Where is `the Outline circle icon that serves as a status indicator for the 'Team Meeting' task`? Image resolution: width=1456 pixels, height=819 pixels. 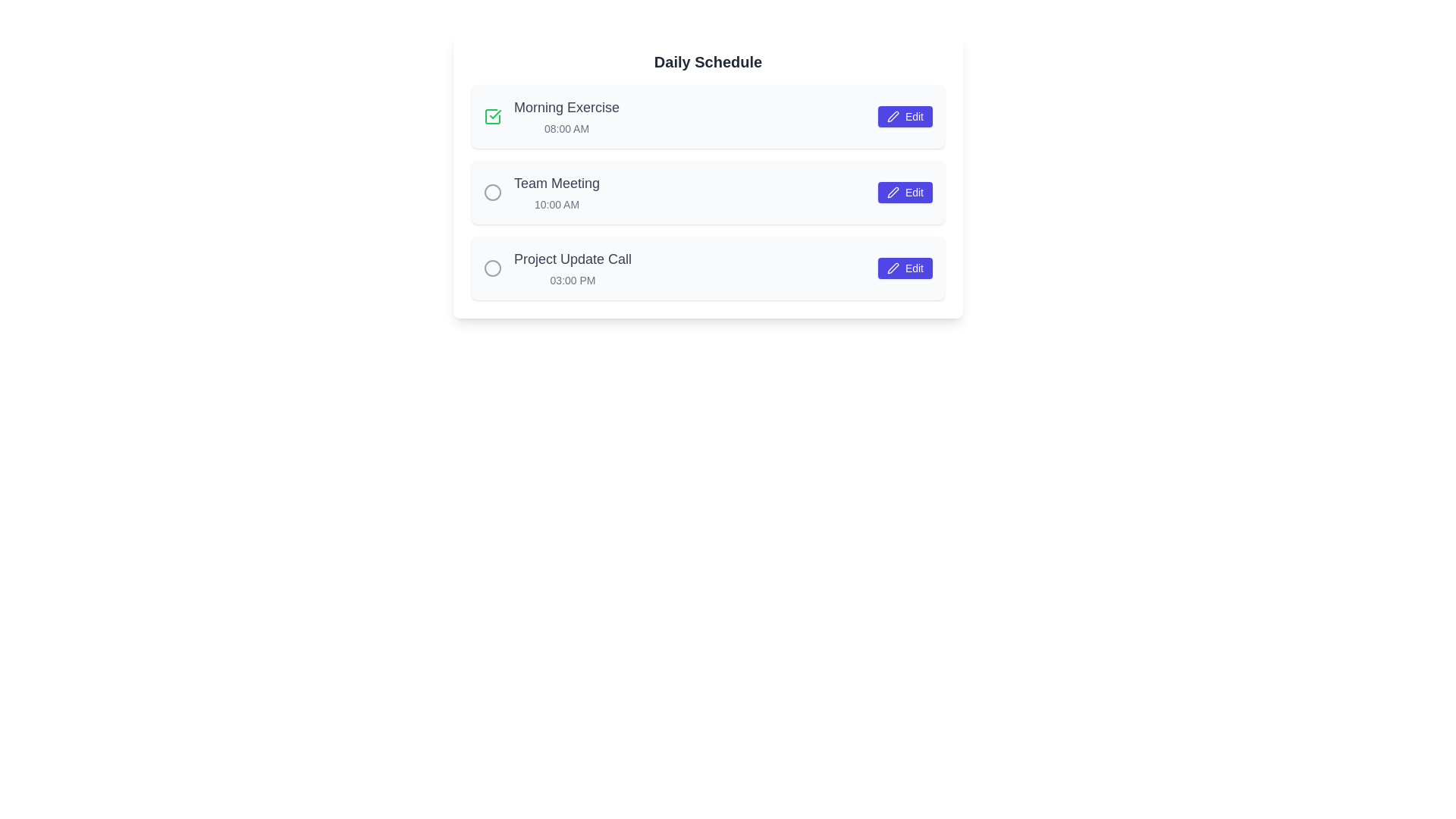 the Outline circle icon that serves as a status indicator for the 'Team Meeting' task is located at coordinates (492, 192).